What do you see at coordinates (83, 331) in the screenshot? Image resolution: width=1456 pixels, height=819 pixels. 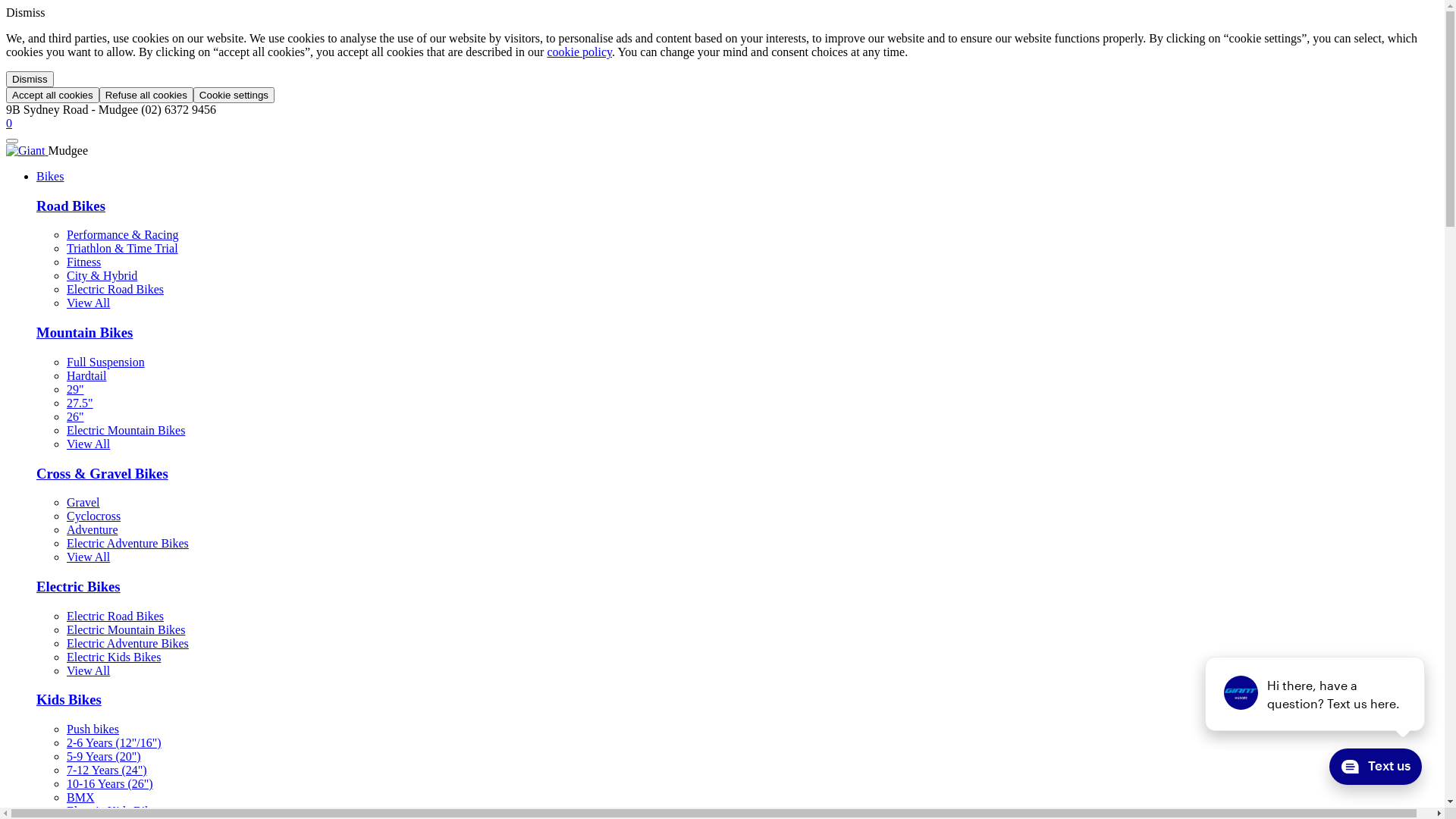 I see `'Mountain Bikes'` at bounding box center [83, 331].